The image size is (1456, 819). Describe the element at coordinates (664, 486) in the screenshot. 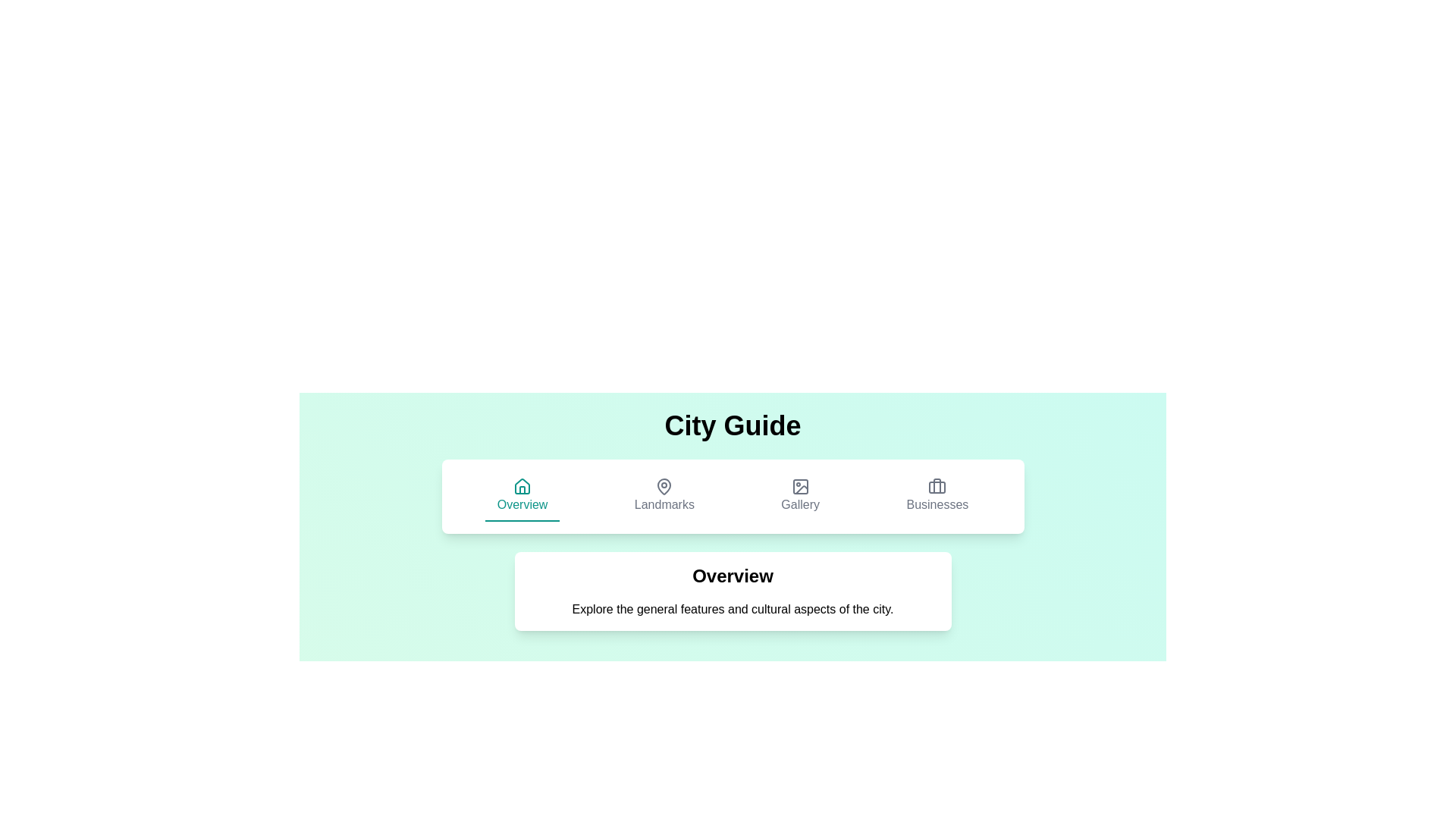

I see `the graphic icon in the horizontal navigation bar` at that location.